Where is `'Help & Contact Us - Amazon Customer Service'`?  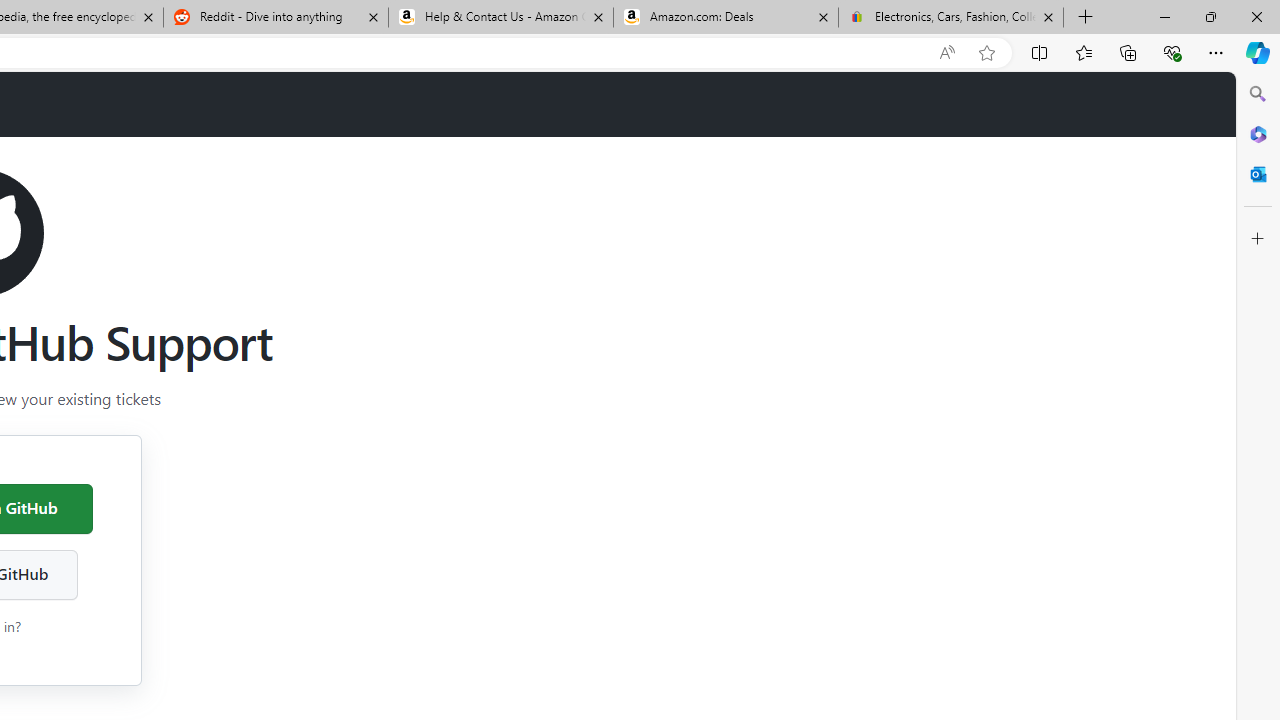 'Help & Contact Us - Amazon Customer Service' is located at coordinates (501, 17).